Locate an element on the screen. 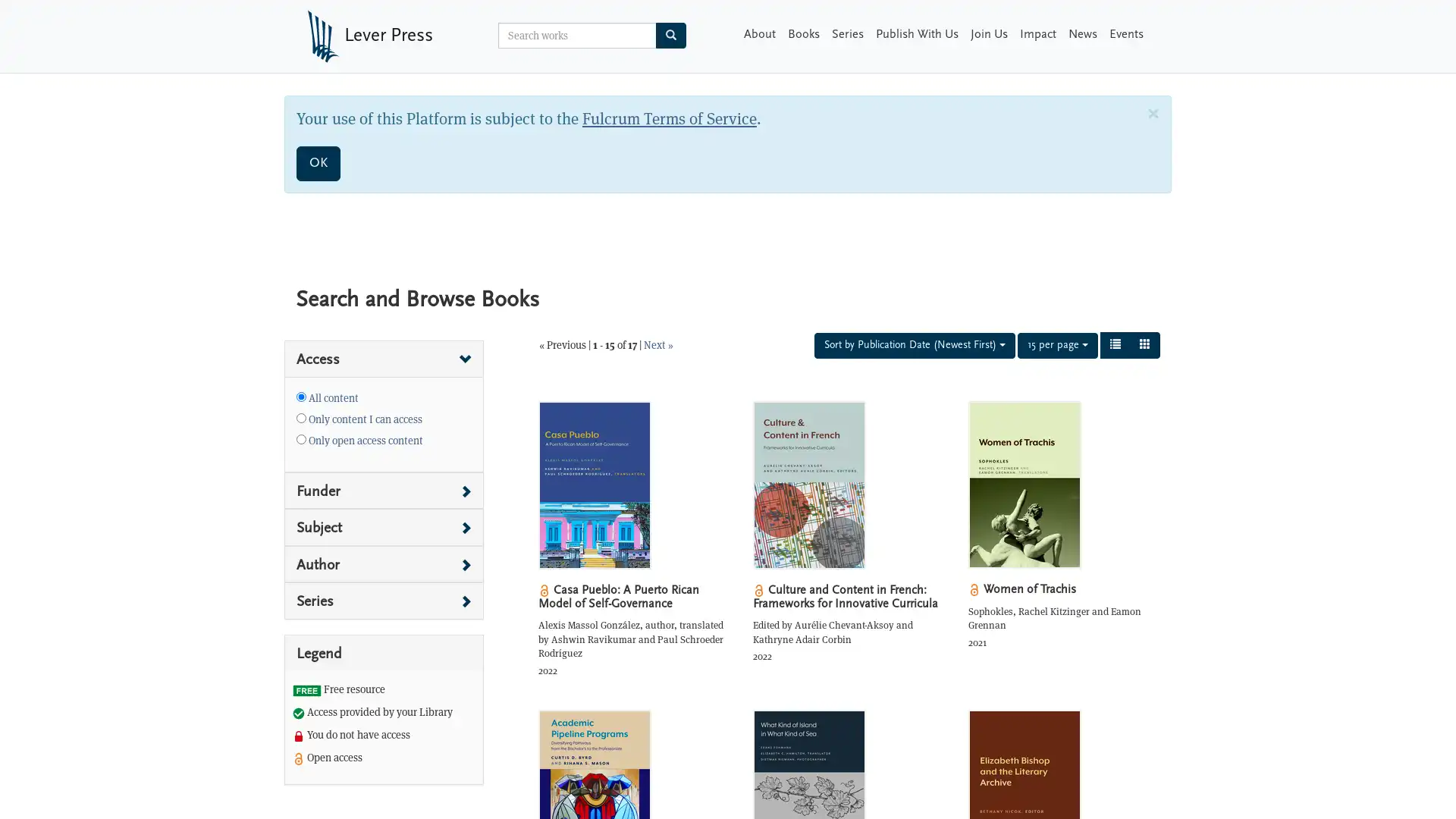 The image size is (1456, 819). Filter search results by Author is located at coordinates (383, 563).